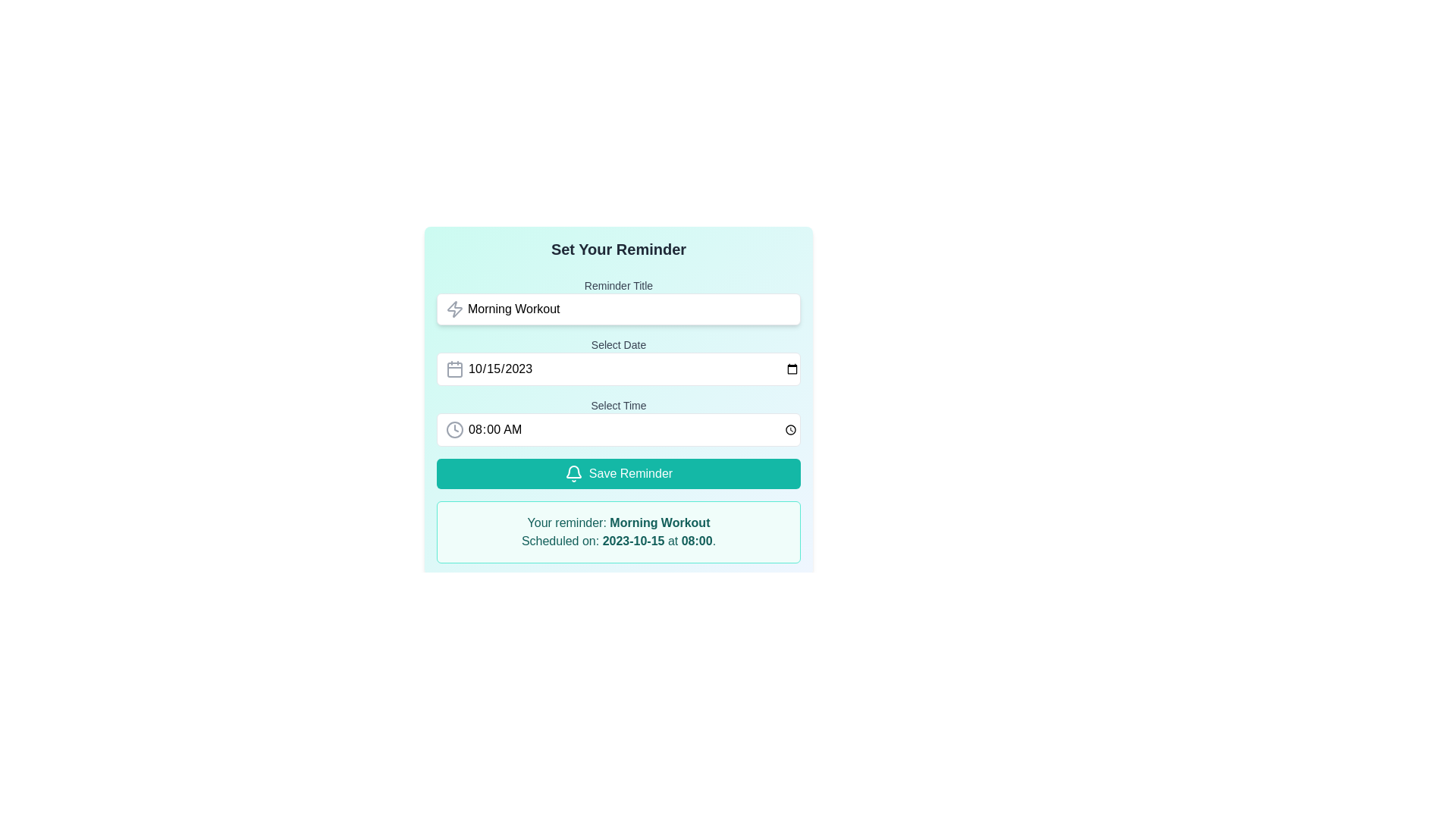  Describe the element at coordinates (573, 472) in the screenshot. I see `the bell icon, which is a minimalistic outline design located within a turquoise button next to the 'Save Reminder' text` at that location.